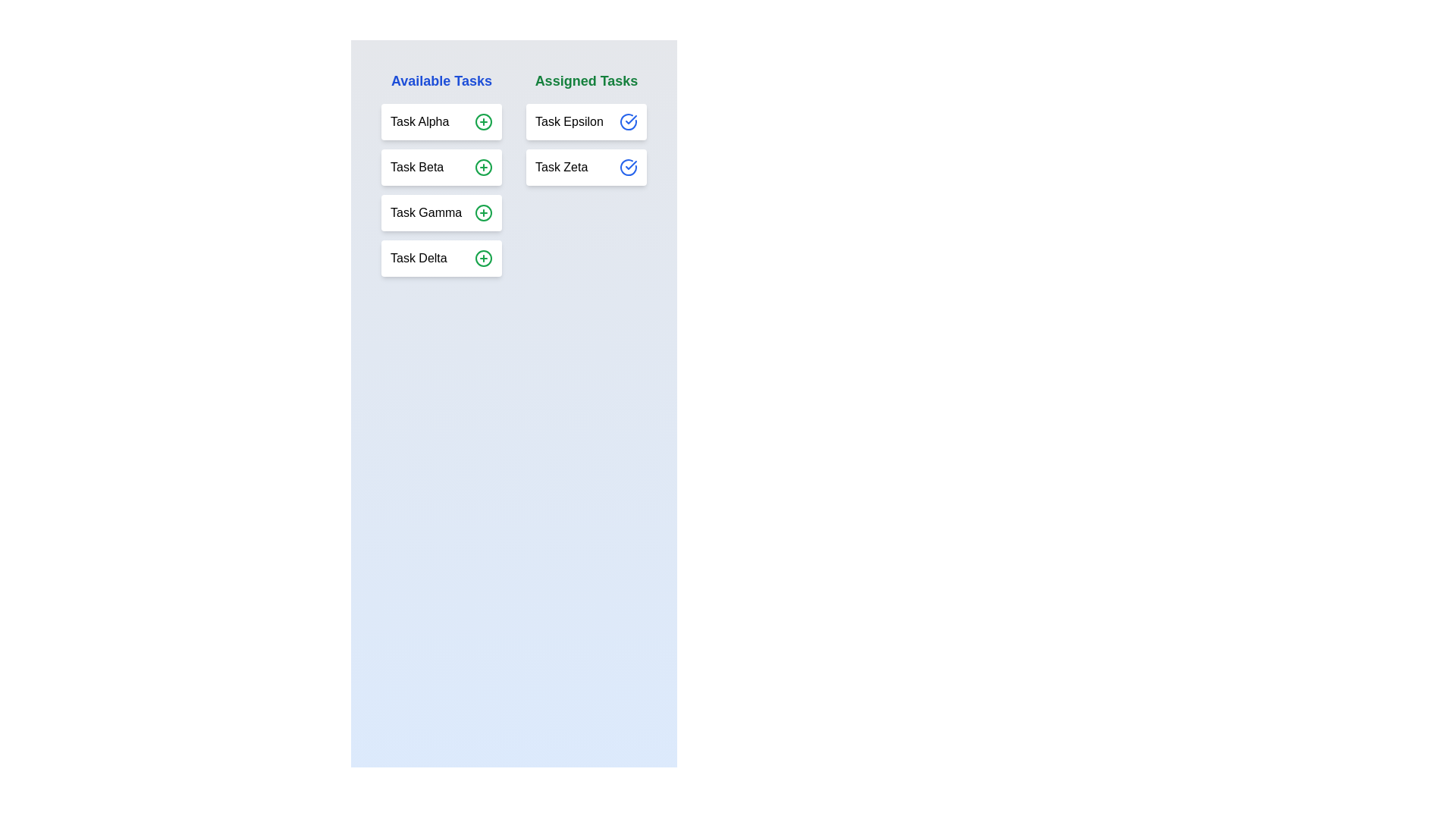  I want to click on plus icon next to the task Task Gamma to assign it, so click(483, 213).